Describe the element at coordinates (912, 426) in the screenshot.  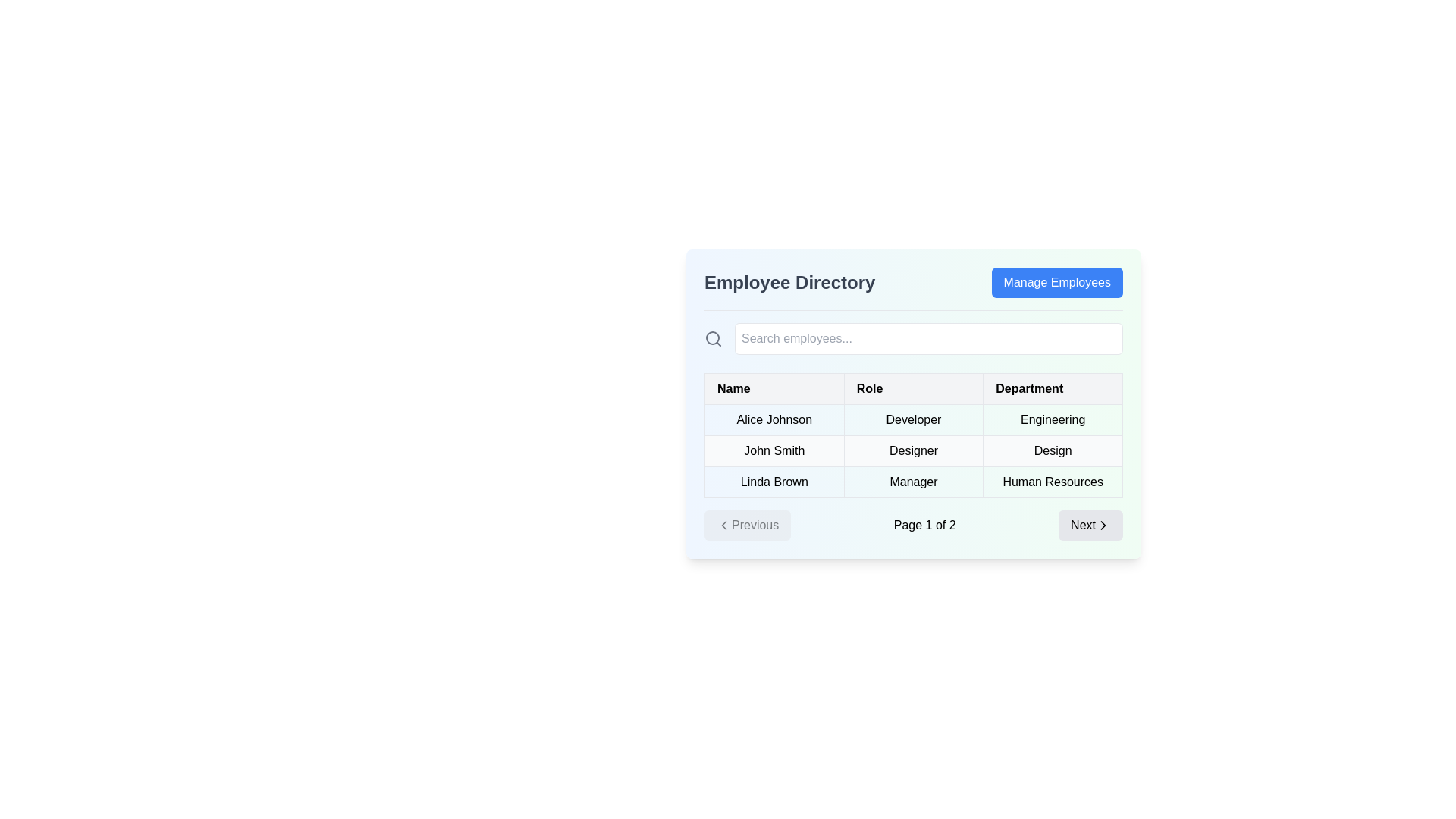
I see `the table cell that contains the text 'Developer' located in the second column of the first row of the employee directory interface` at that location.